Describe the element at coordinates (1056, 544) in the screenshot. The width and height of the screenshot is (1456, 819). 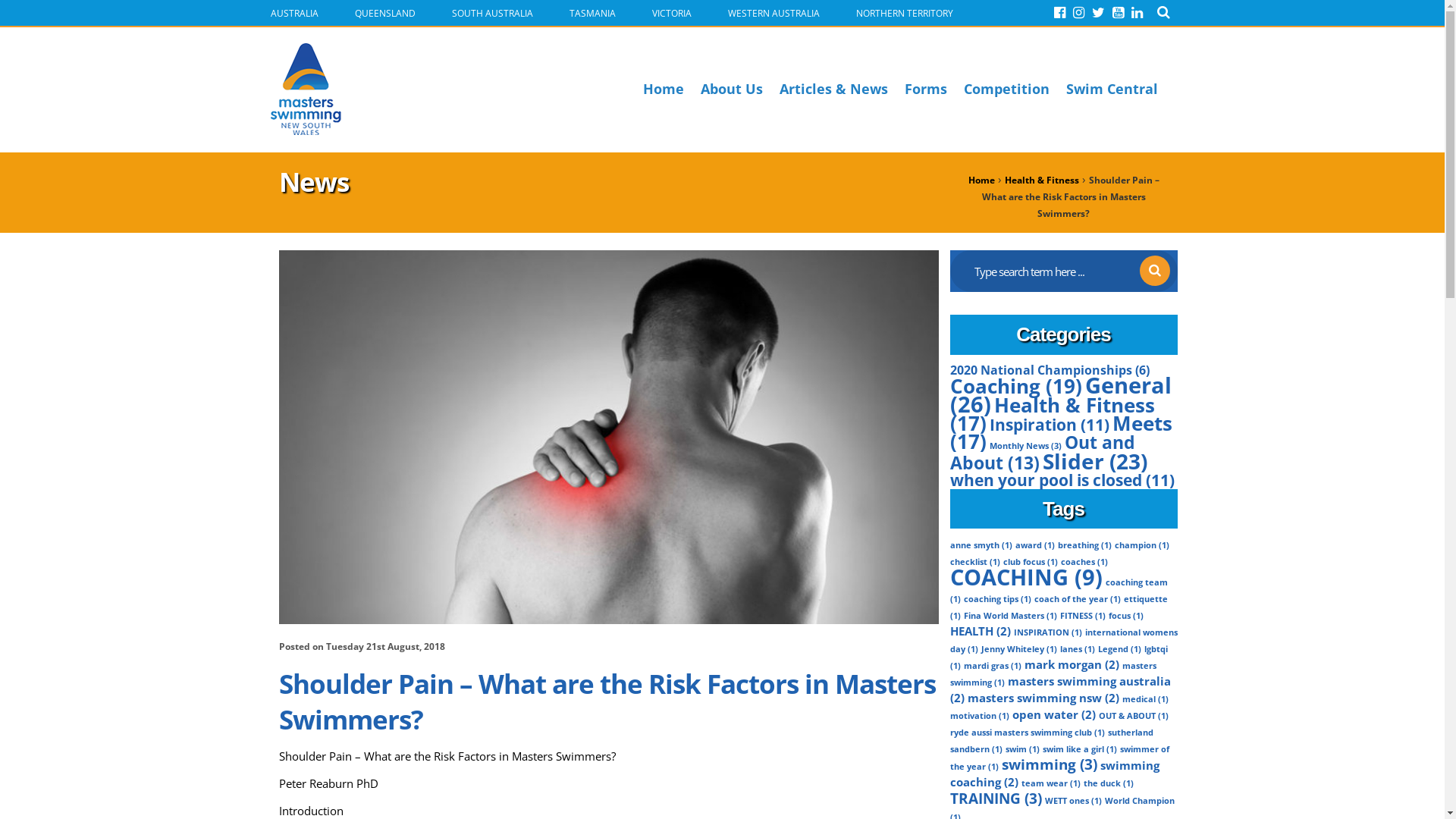
I see `'breathing (1)'` at that location.